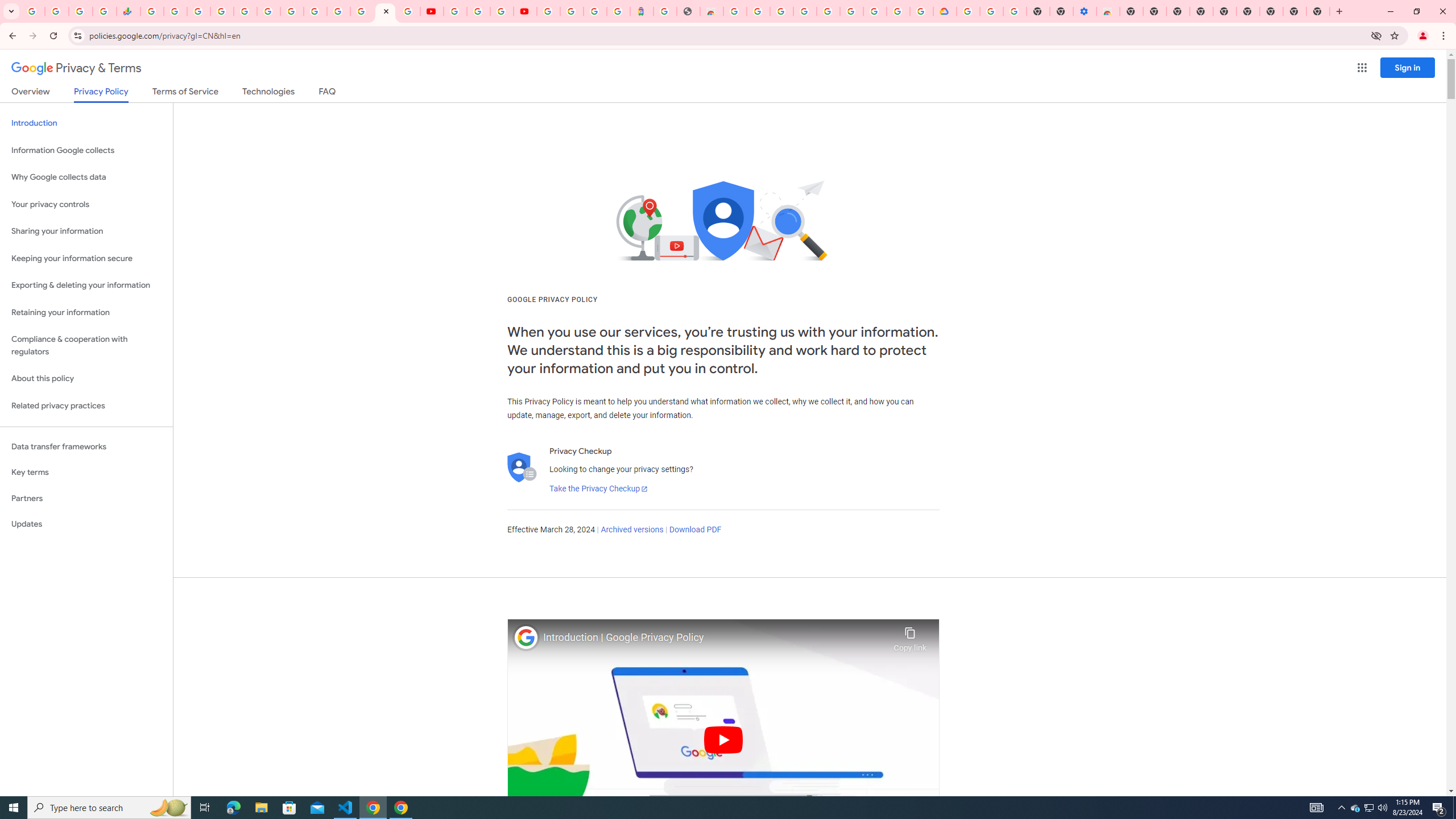  What do you see at coordinates (524, 11) in the screenshot?
I see `'Content Creator Programs & Opportunities - YouTube Creators'` at bounding box center [524, 11].